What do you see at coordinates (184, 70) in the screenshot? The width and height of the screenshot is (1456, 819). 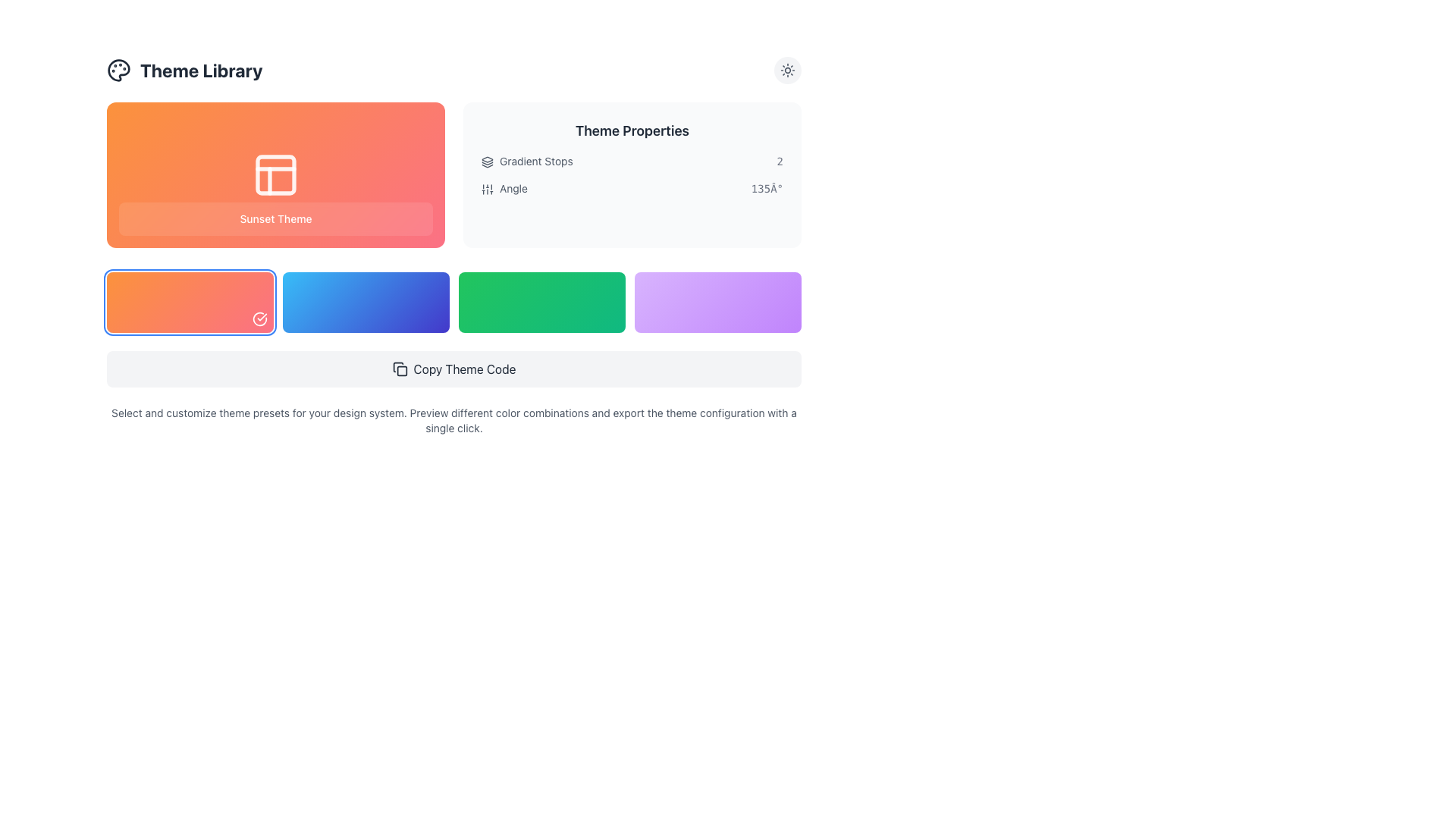 I see `the icon in the 'Theme Library' header, which features a palette icon and a bold gray text label` at bounding box center [184, 70].